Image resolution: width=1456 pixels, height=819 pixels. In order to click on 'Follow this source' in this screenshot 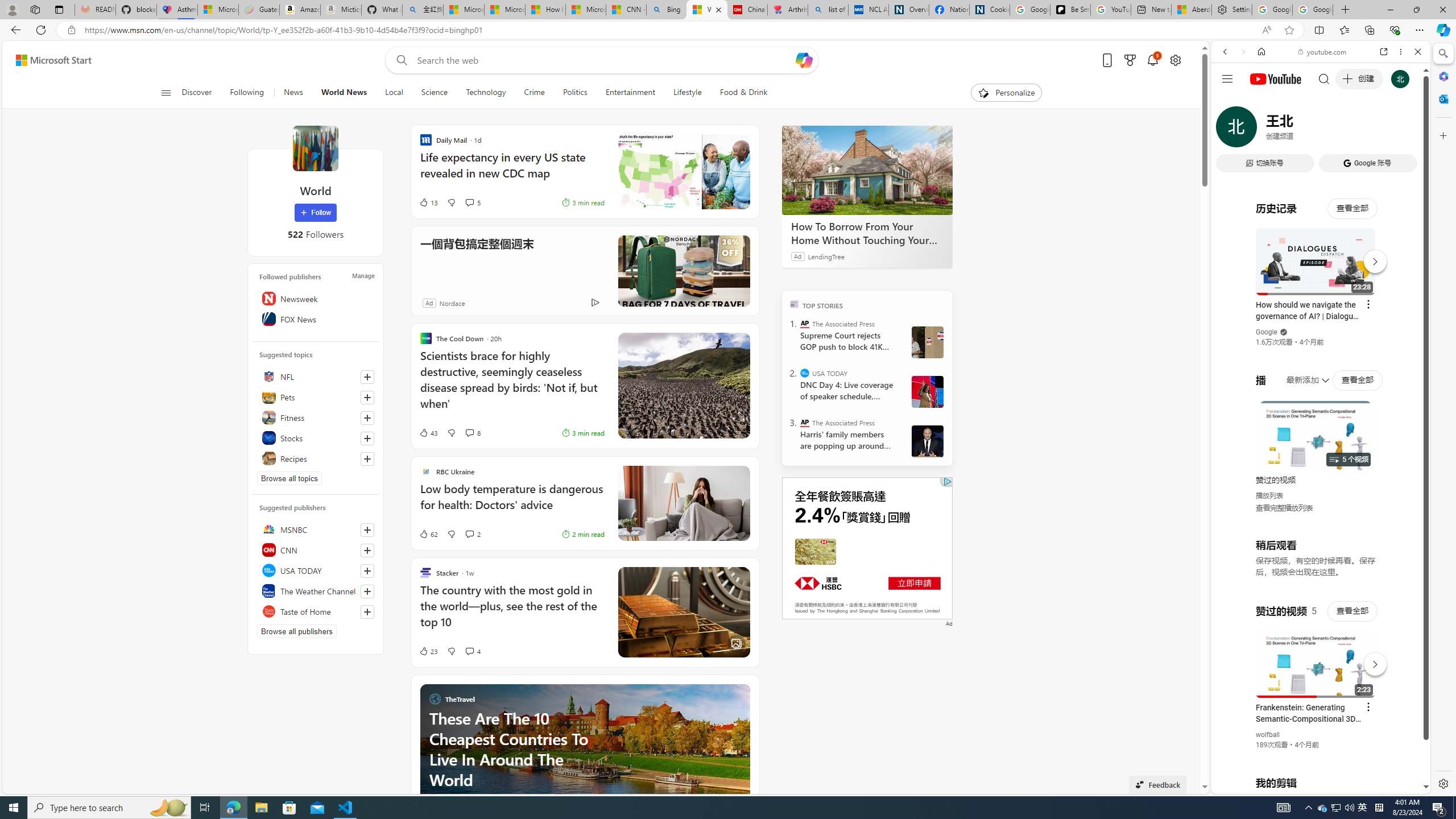, I will do `click(367, 611)`.